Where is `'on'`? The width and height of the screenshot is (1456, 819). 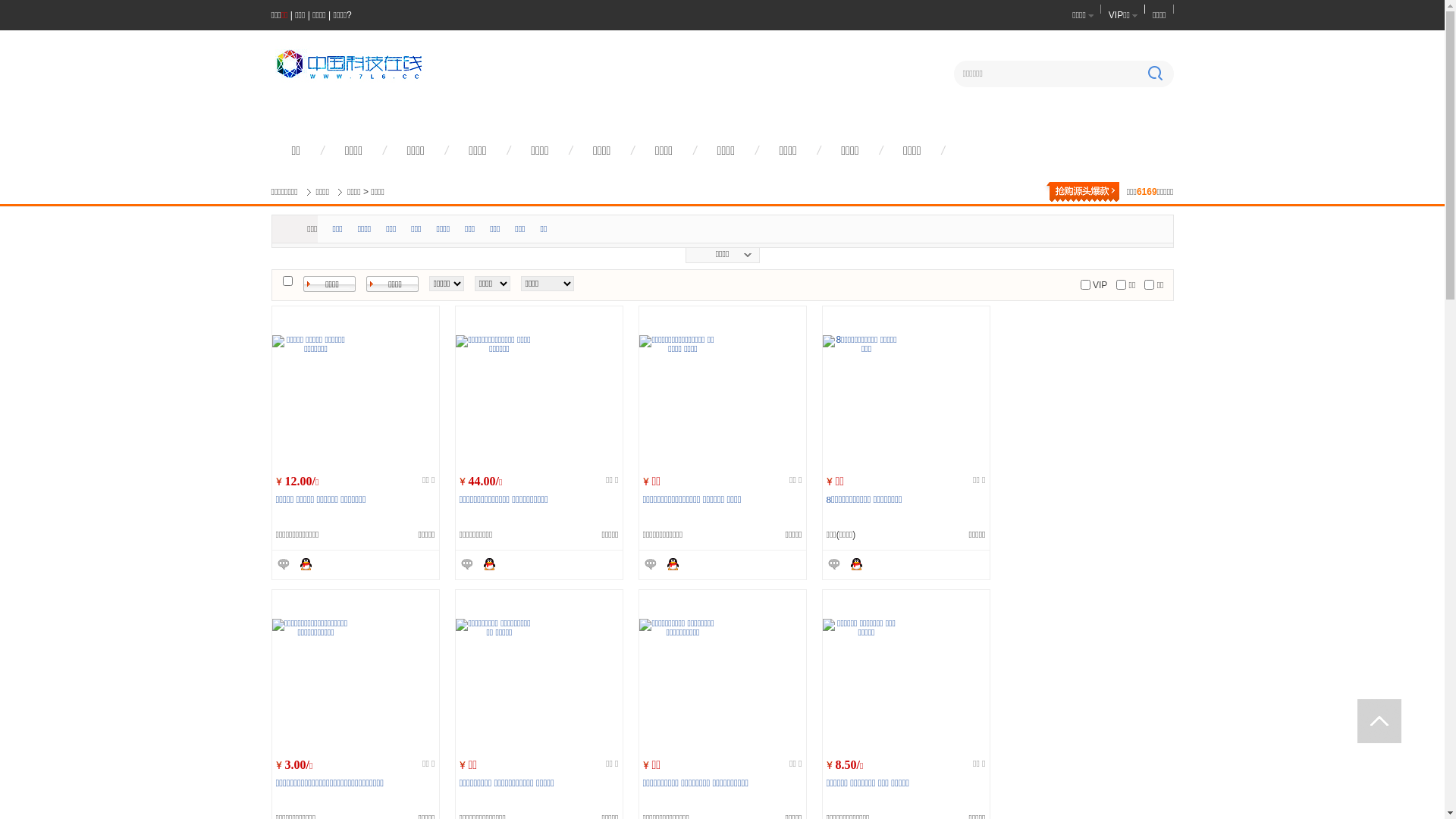
'on' is located at coordinates (1149, 284).